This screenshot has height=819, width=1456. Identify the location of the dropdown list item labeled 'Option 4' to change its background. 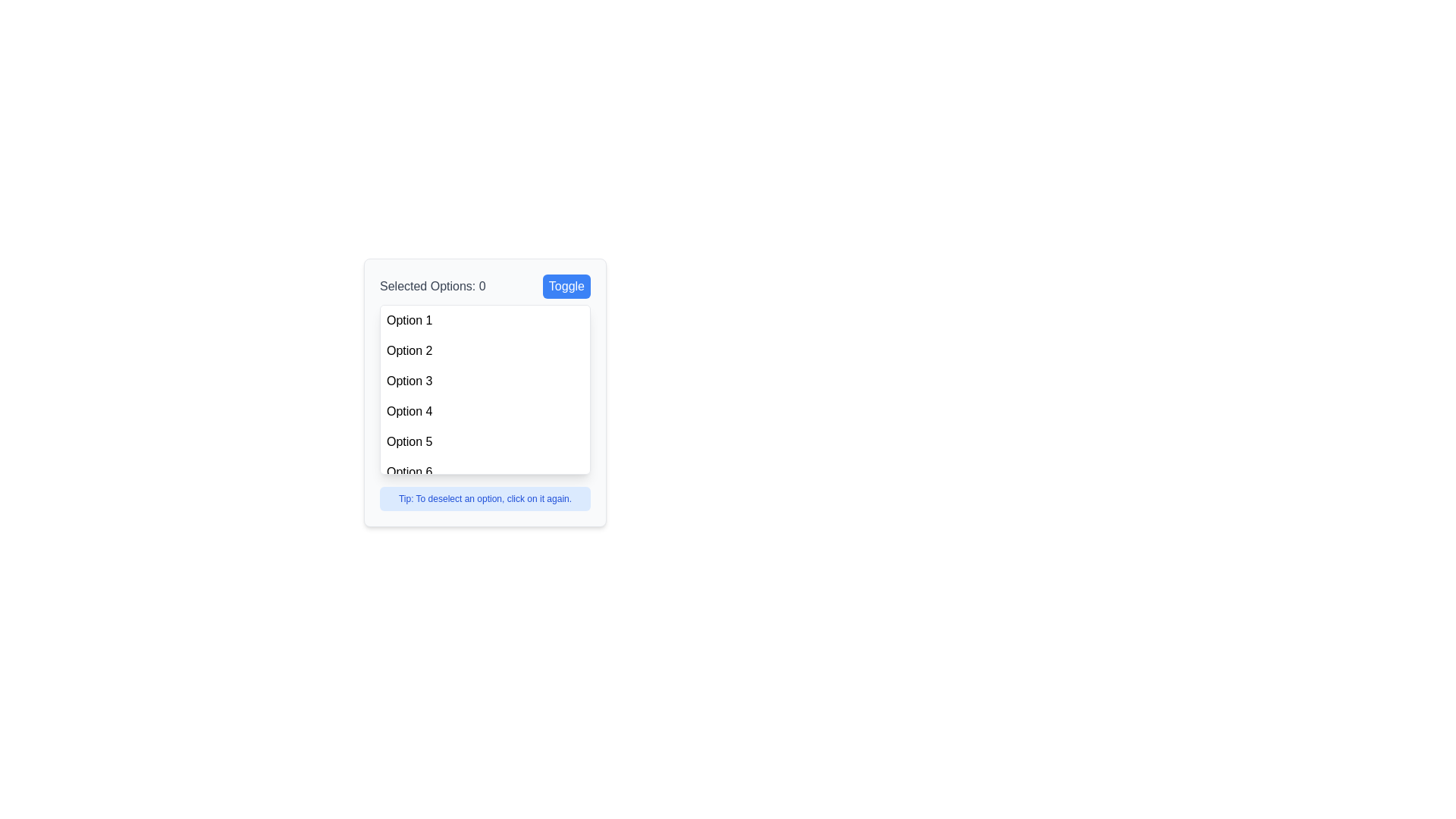
(484, 412).